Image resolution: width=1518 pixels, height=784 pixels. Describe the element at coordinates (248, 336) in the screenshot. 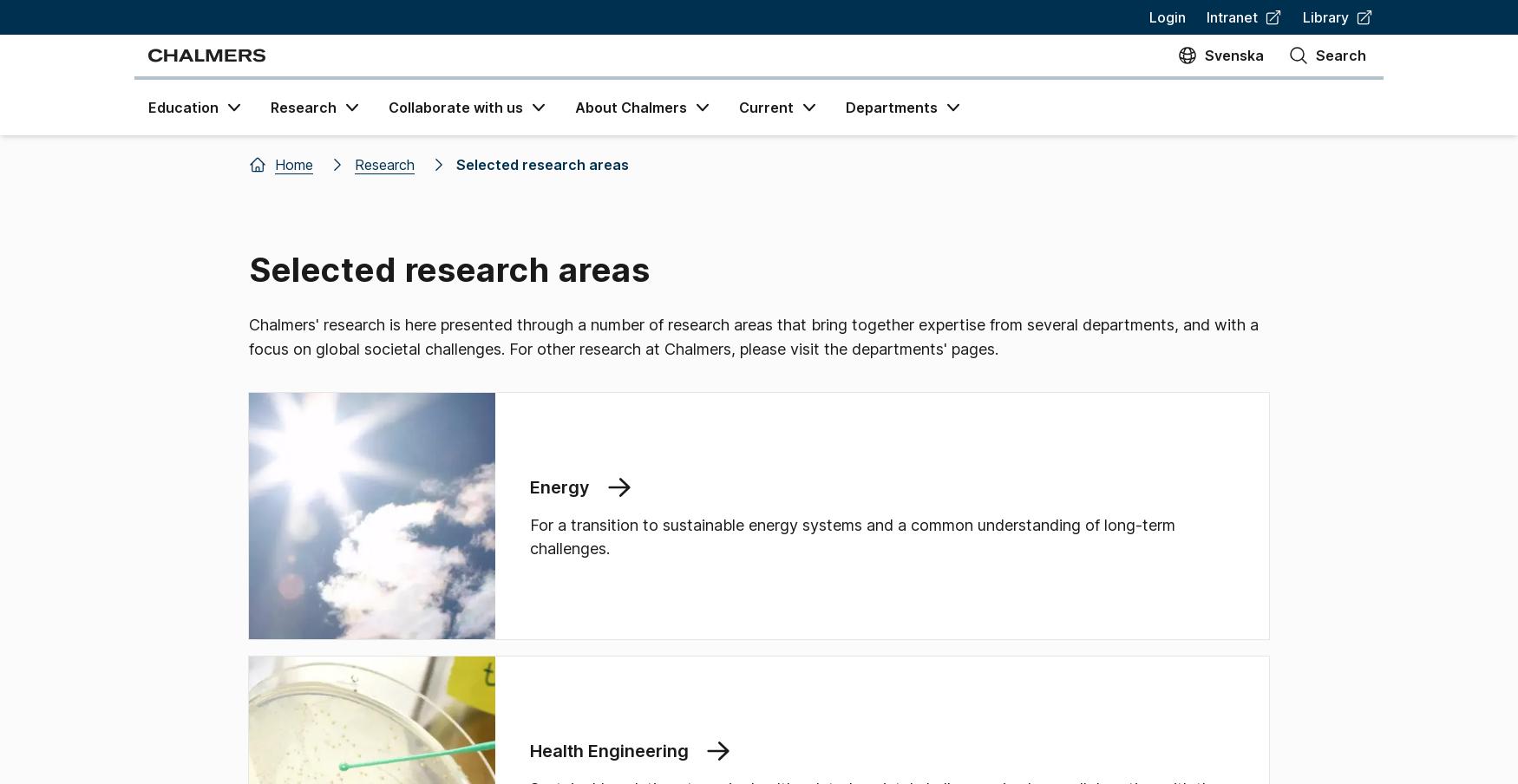

I see `'Chalmers' research is here presented through a number of research areas that bring together expertise from several departments, and with a focus on global societal challenges. For other research at Chalmers, please visit the departments' pages.'` at that location.